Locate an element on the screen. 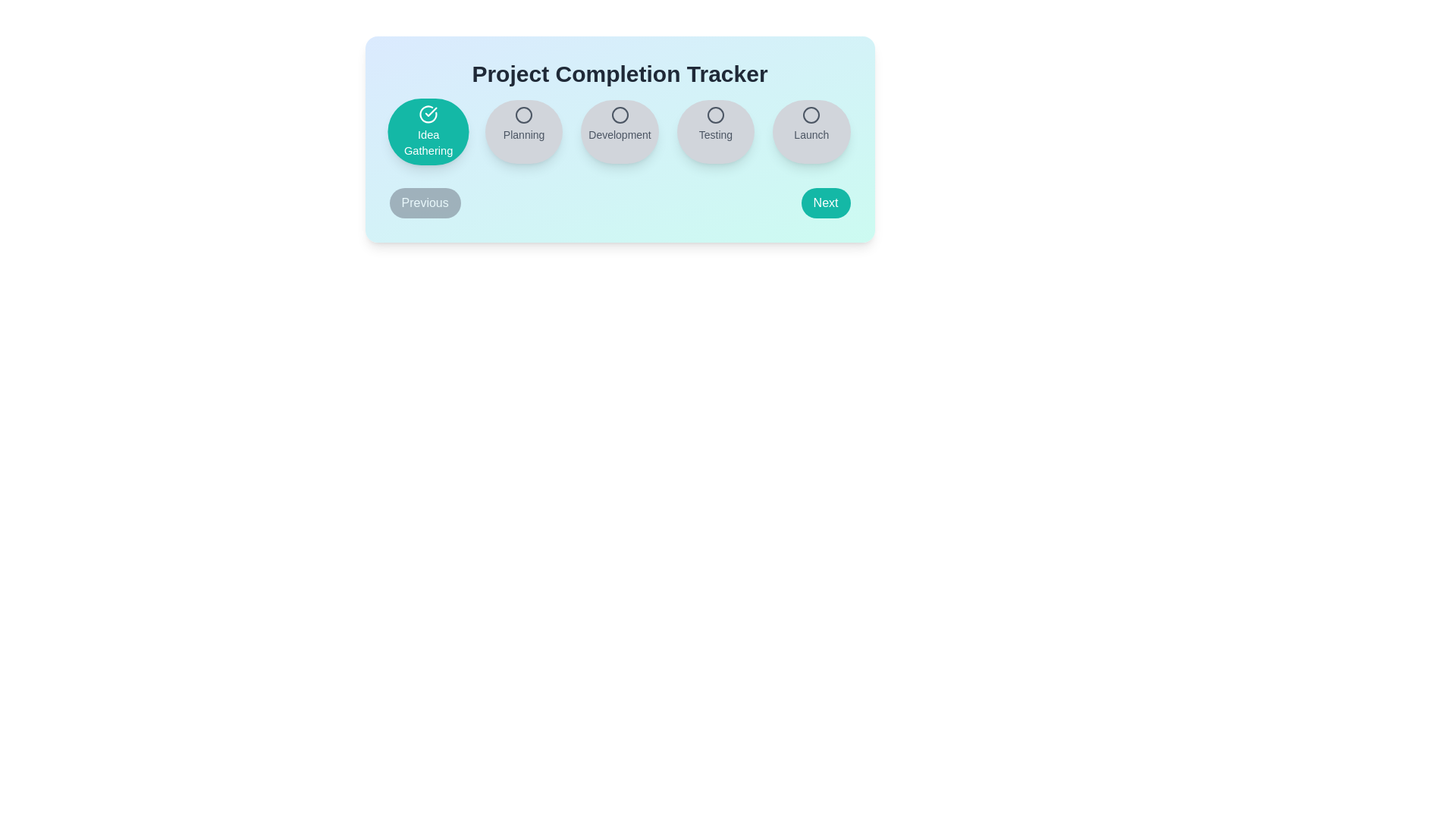 The height and width of the screenshot is (819, 1456). the centered heading text element that reads 'Project Completion Tracker', which is styled with a large, bold serif font in dark gray and located at the top of the panel is located at coordinates (620, 74).